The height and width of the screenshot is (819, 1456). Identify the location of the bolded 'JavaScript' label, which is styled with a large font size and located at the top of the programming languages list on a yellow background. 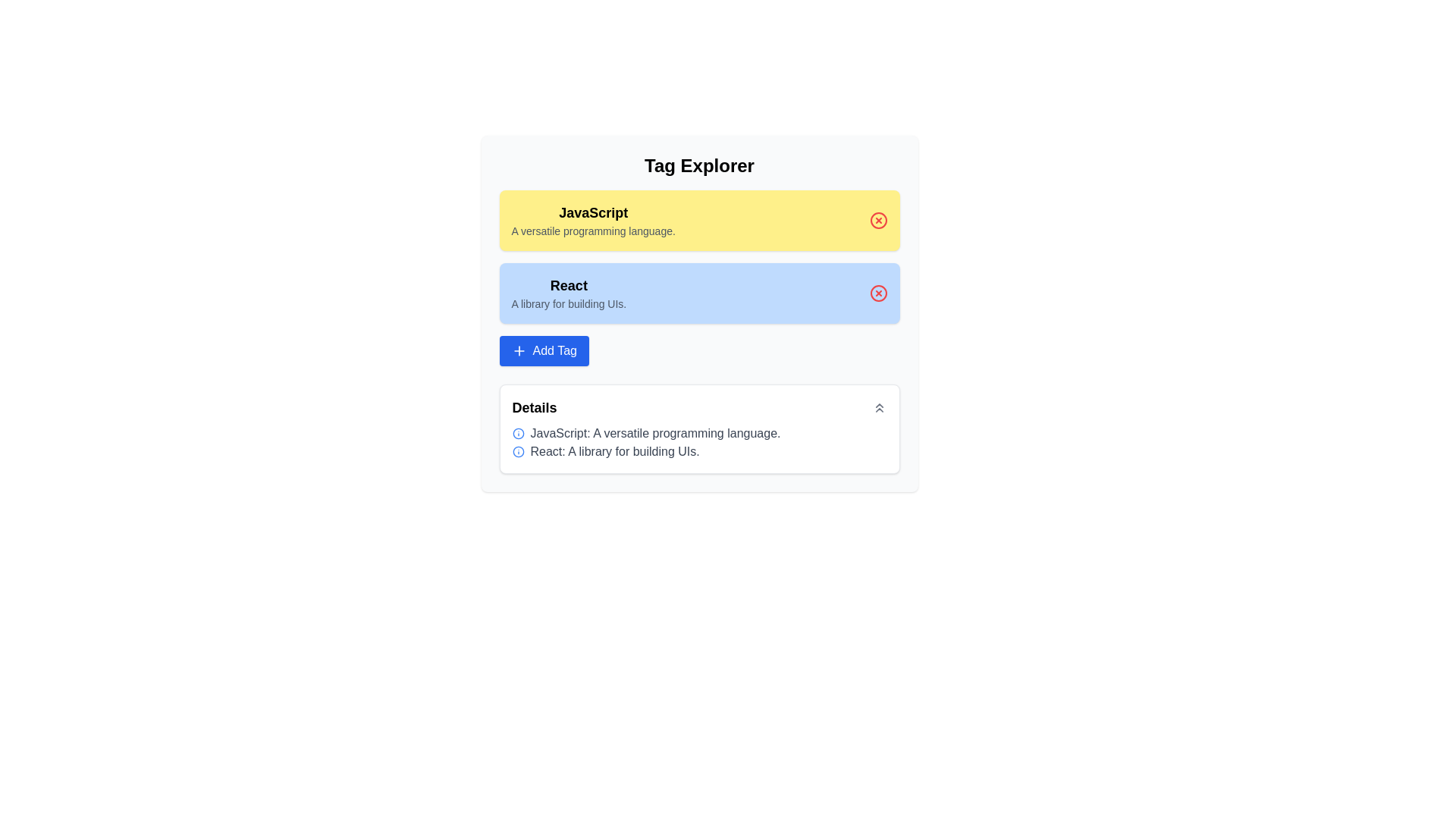
(592, 213).